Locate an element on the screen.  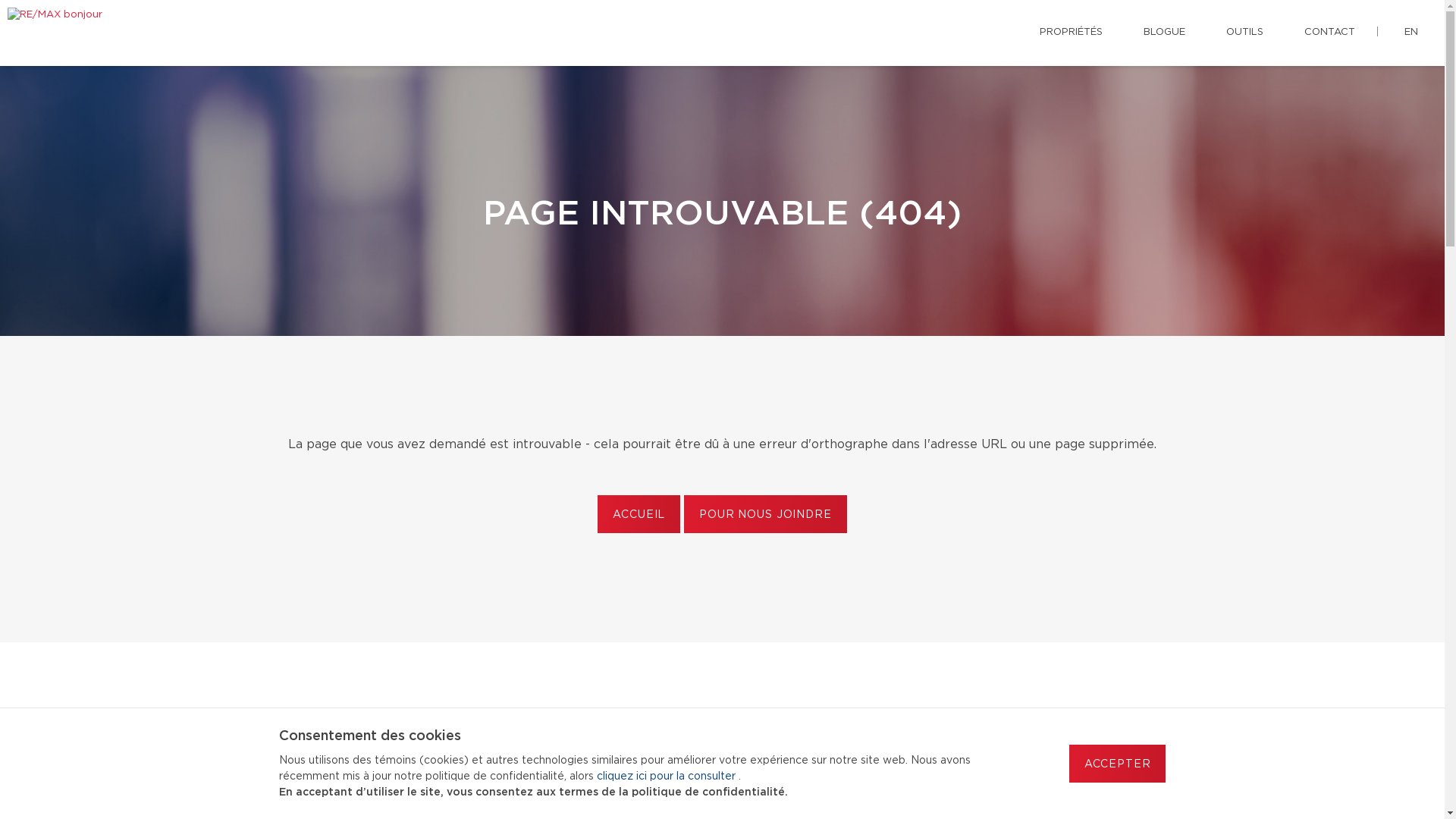
'cliquez ici pour la consulter' is located at coordinates (667, 776).